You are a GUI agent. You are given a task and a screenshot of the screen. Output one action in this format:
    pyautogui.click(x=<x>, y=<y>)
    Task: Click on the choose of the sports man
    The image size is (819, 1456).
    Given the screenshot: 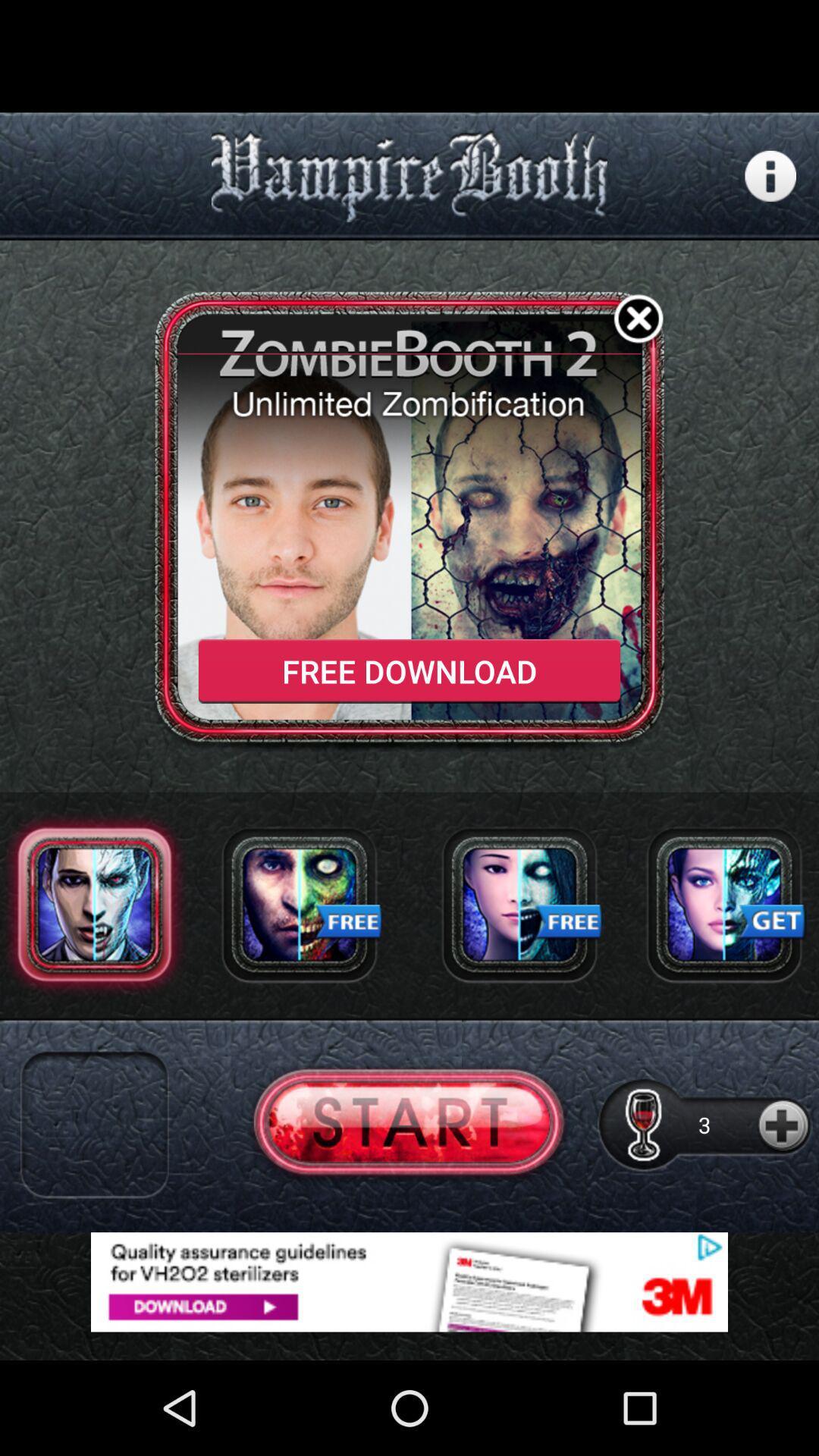 What is the action you would take?
    pyautogui.click(x=519, y=904)
    